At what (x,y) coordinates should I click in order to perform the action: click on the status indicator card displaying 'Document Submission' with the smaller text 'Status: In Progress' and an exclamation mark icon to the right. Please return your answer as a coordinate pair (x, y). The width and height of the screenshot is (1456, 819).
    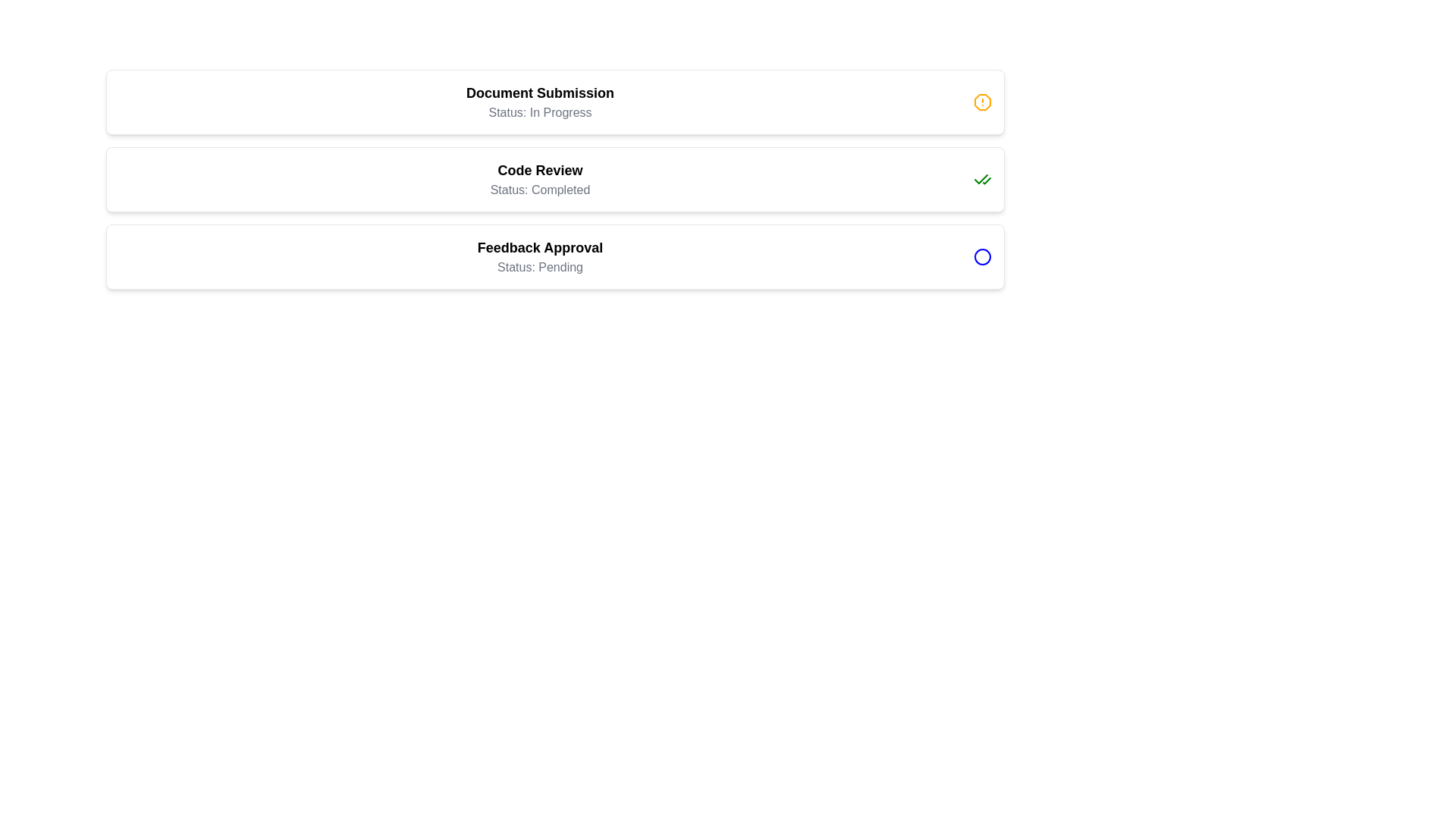
    Looking at the image, I should click on (554, 102).